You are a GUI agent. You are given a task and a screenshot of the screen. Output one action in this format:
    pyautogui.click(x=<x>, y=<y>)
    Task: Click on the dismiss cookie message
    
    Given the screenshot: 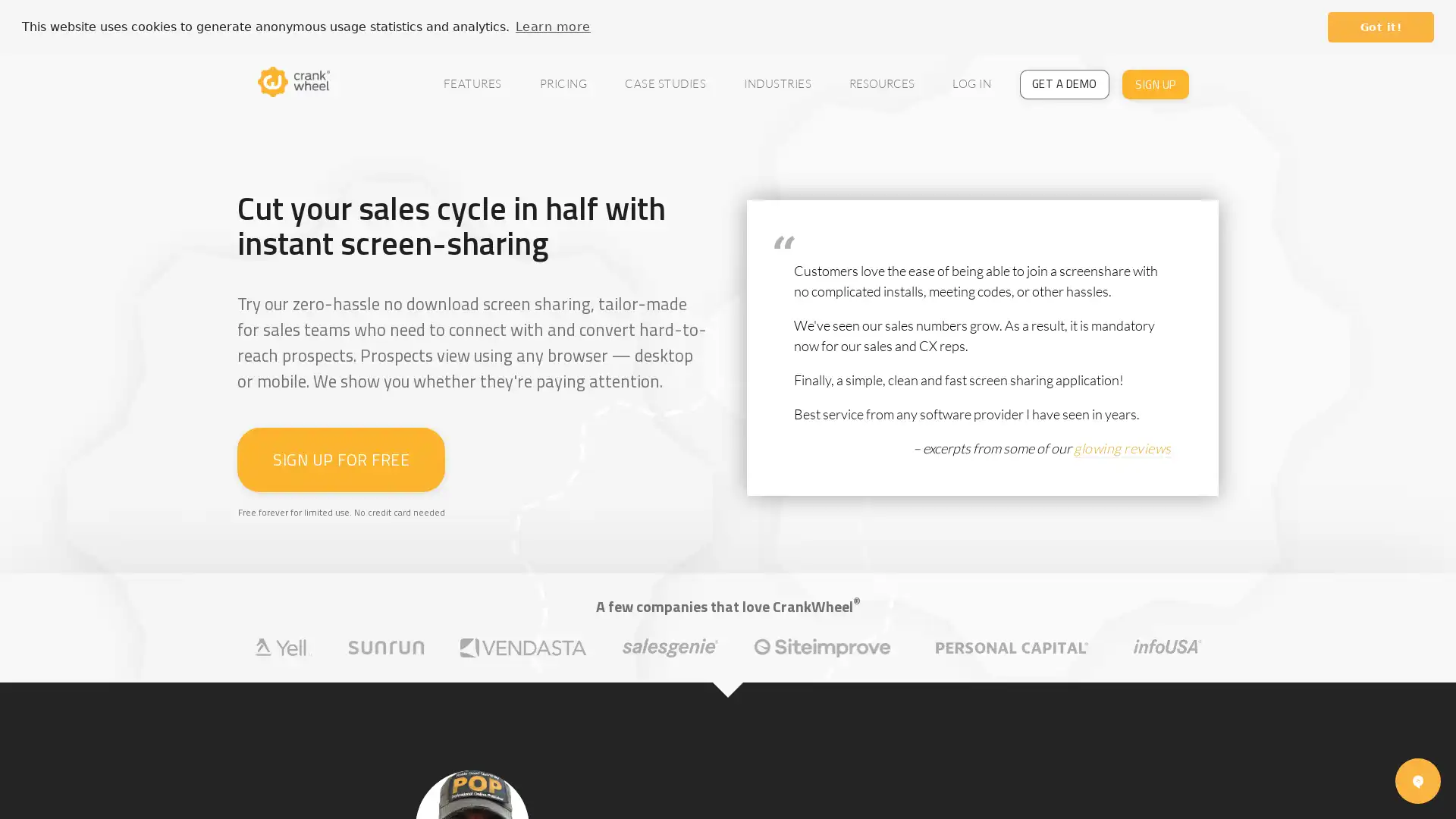 What is the action you would take?
    pyautogui.click(x=1380, y=27)
    